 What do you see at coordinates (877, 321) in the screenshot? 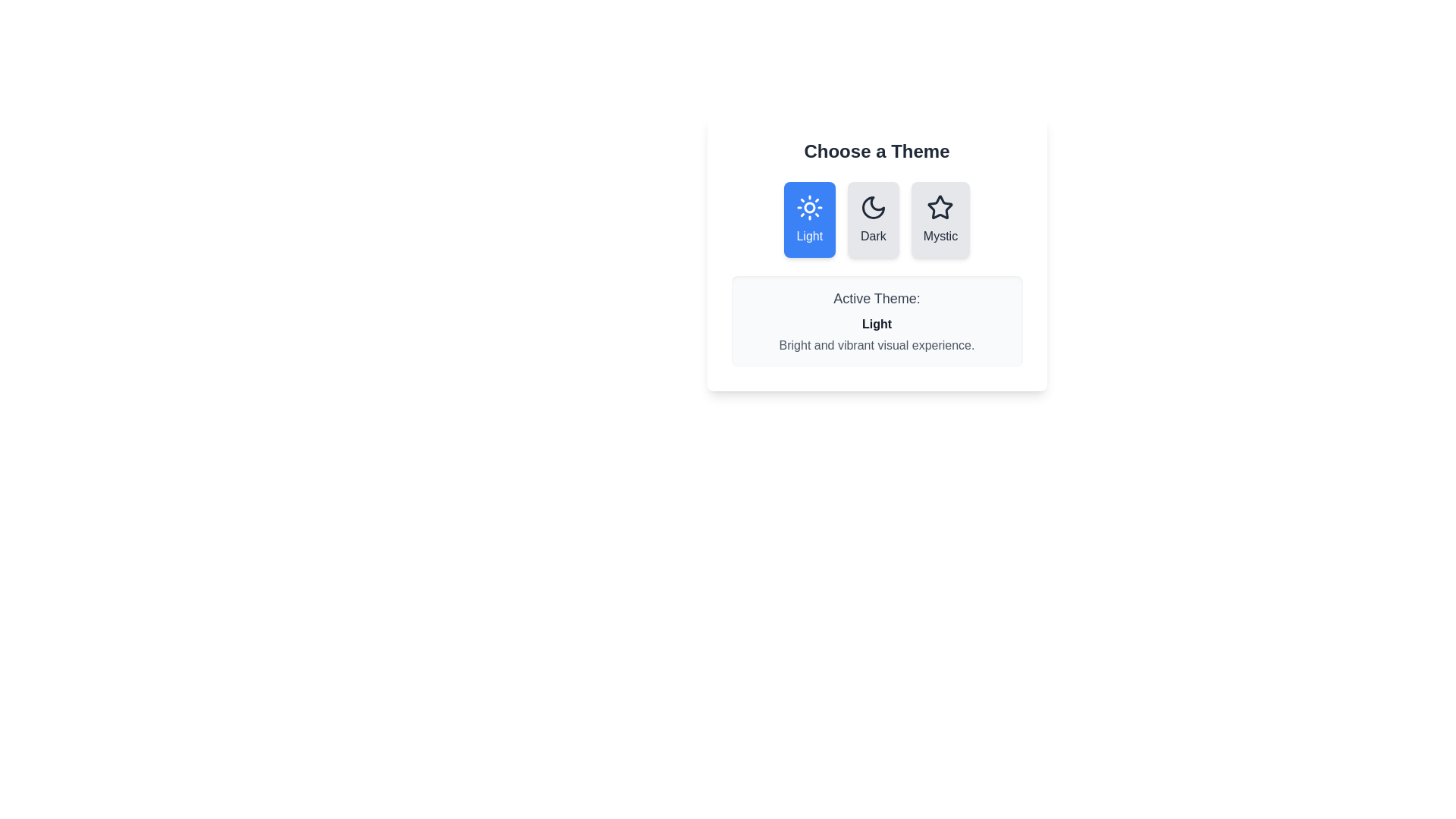
I see `the section displaying the active theme details to observe its visual representation` at bounding box center [877, 321].